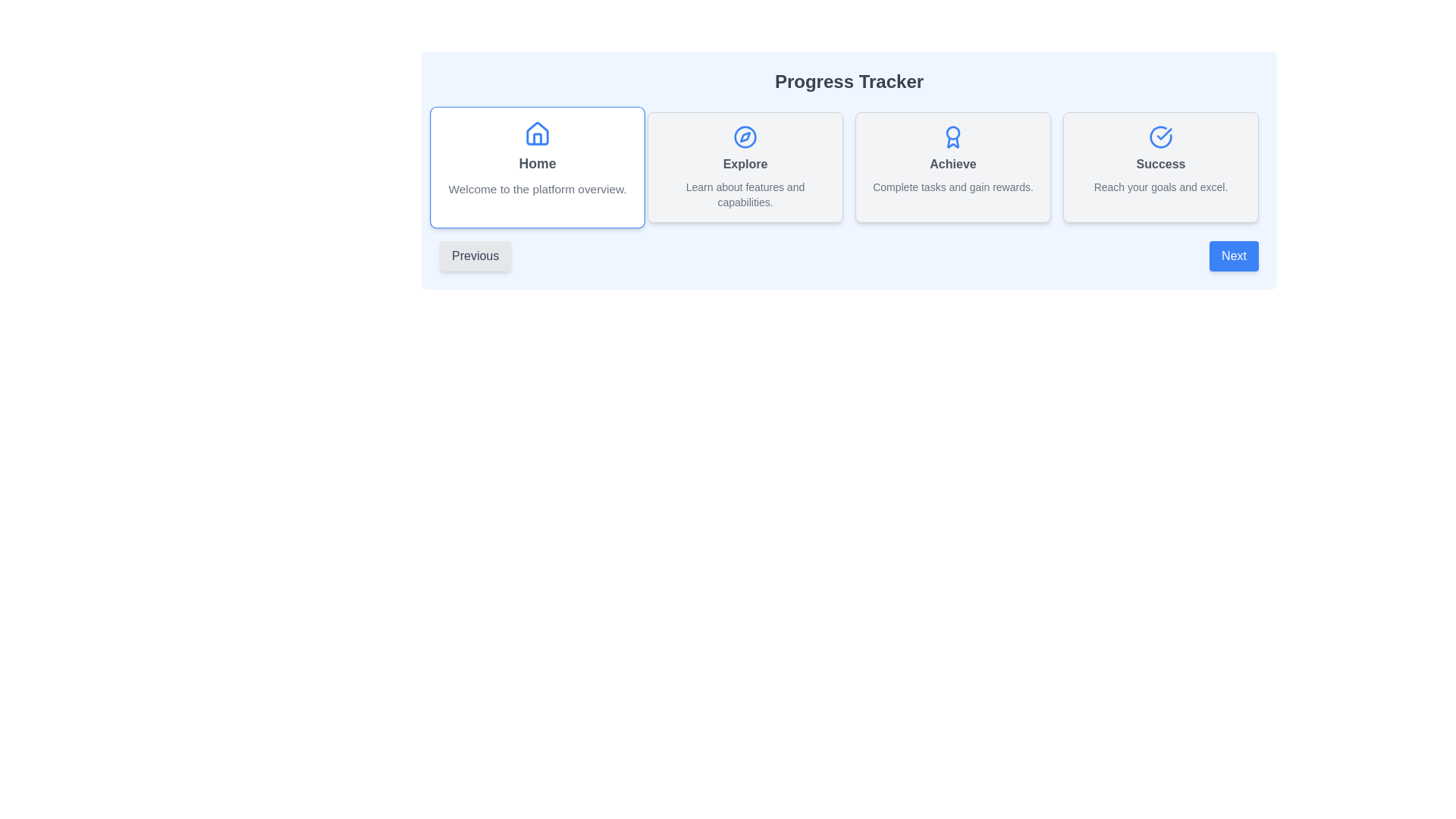  What do you see at coordinates (1160, 186) in the screenshot?
I see `the static text label that provides additional context for the 'Success' card, positioned in the bottom right section below the heading 'Success'` at bounding box center [1160, 186].